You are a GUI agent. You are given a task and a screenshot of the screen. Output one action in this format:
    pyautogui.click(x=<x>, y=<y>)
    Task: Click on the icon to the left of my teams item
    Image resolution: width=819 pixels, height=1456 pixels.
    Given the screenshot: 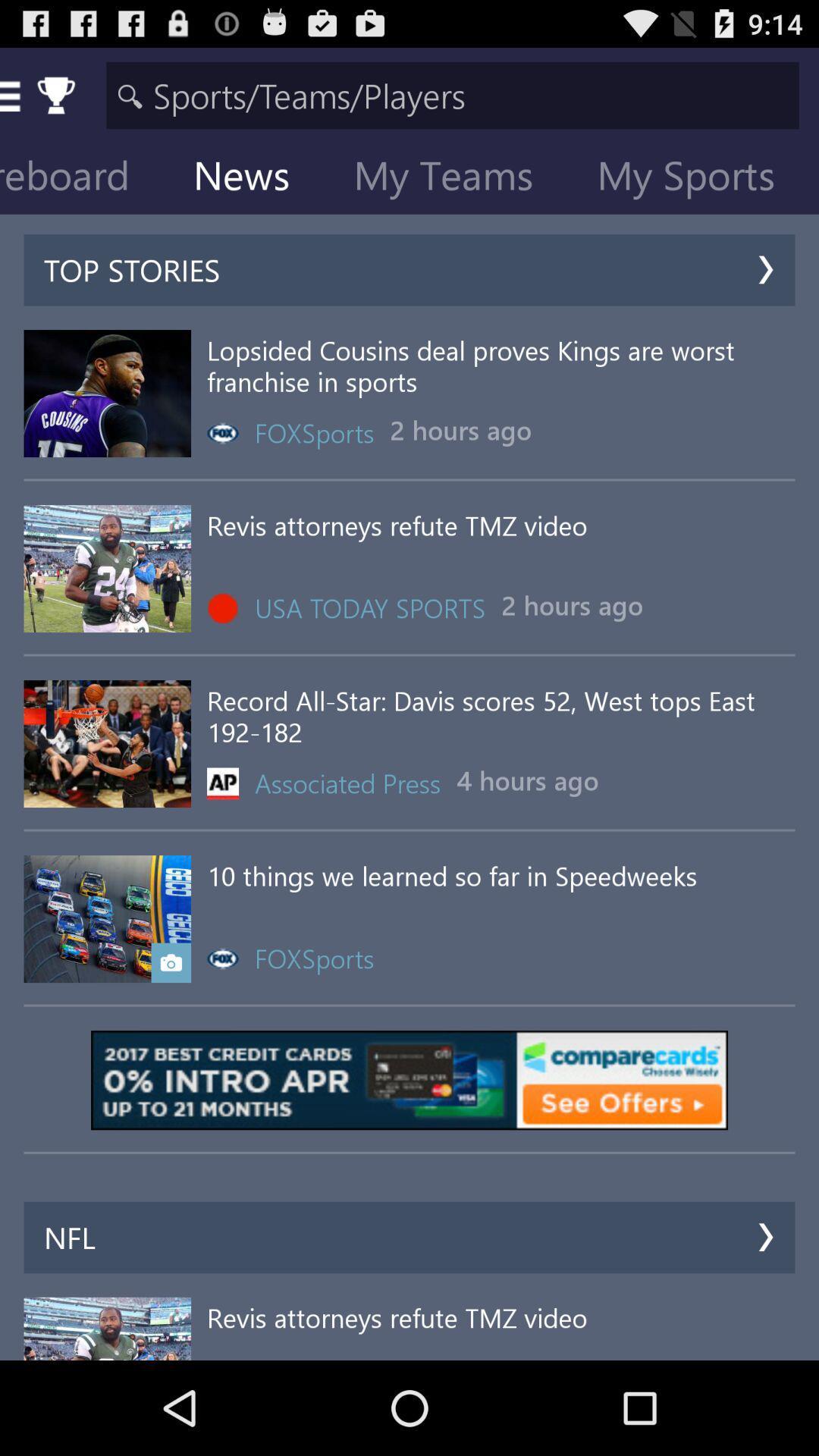 What is the action you would take?
    pyautogui.click(x=253, y=178)
    